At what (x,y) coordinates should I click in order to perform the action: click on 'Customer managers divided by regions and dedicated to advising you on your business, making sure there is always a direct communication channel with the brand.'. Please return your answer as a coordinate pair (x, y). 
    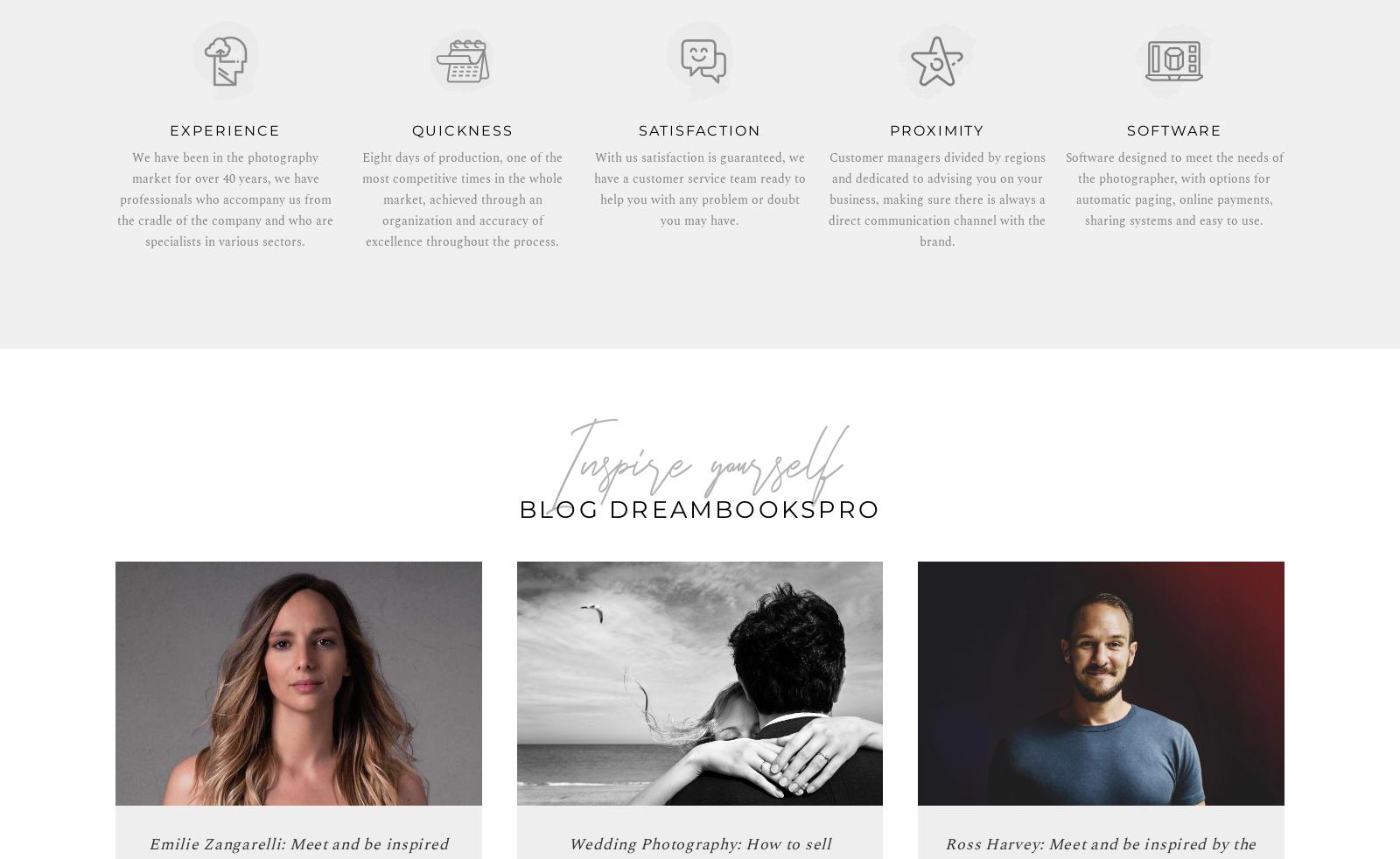
    Looking at the image, I should click on (828, 199).